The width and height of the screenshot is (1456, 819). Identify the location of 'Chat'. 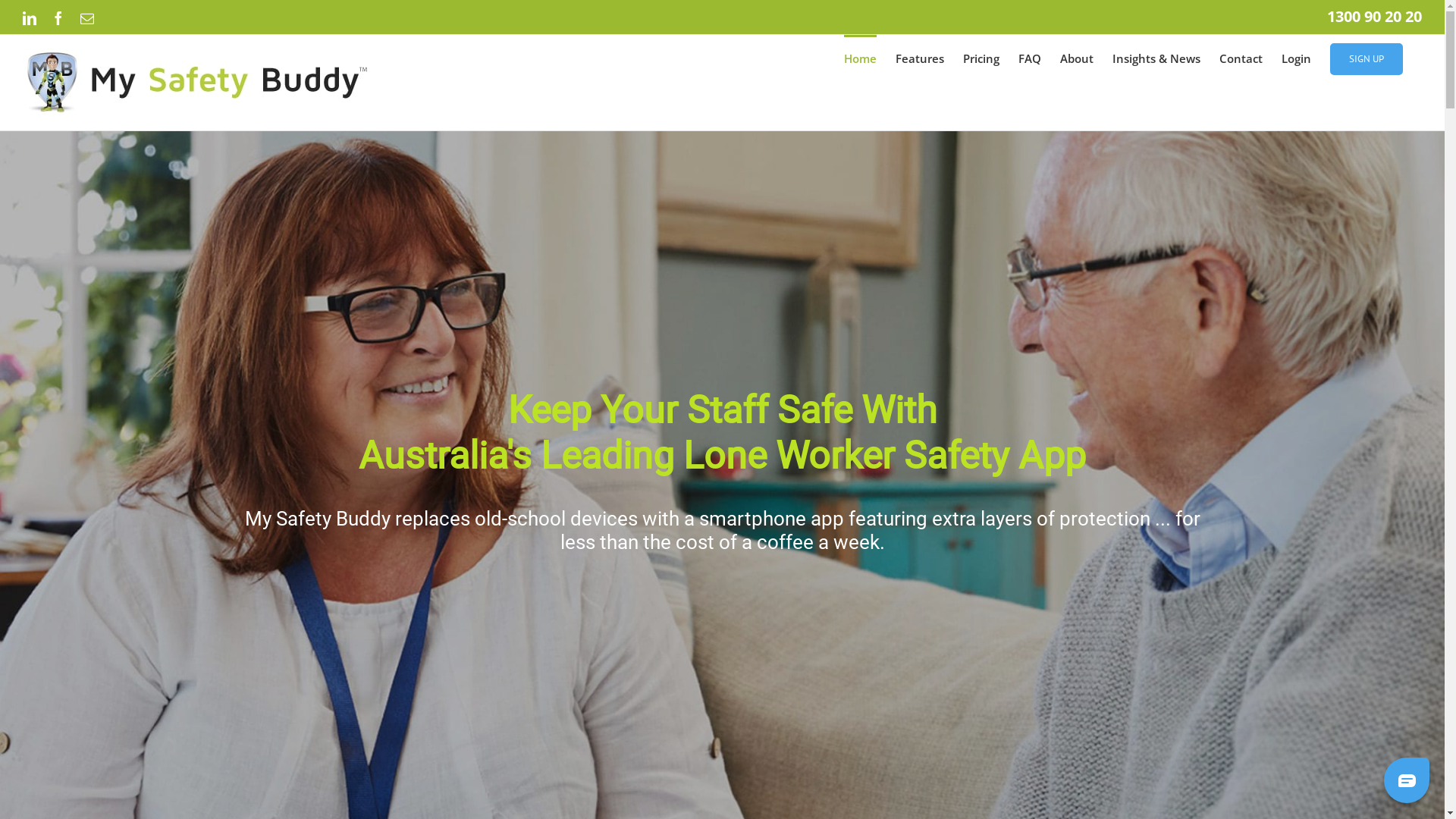
(1379, 779).